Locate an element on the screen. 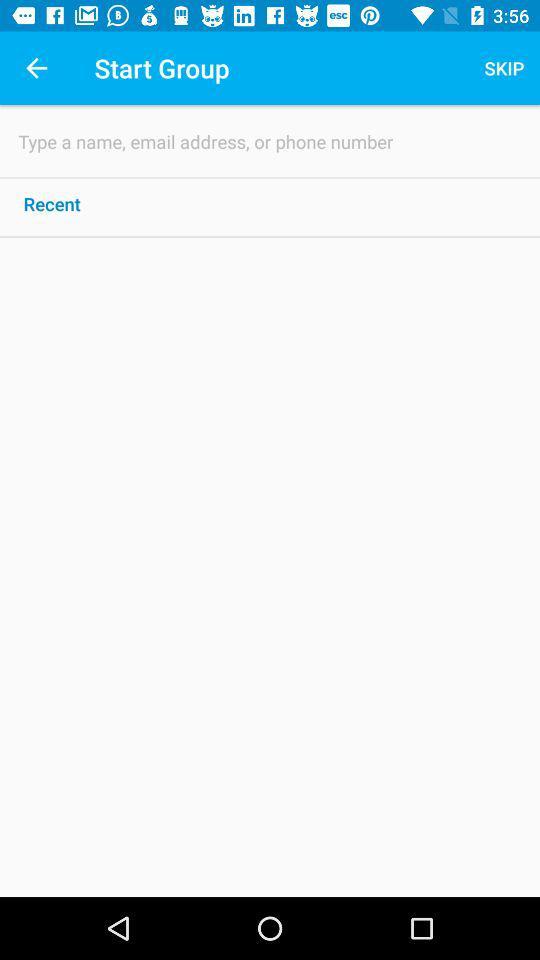 This screenshot has height=960, width=540. app next to the start group app is located at coordinates (503, 68).